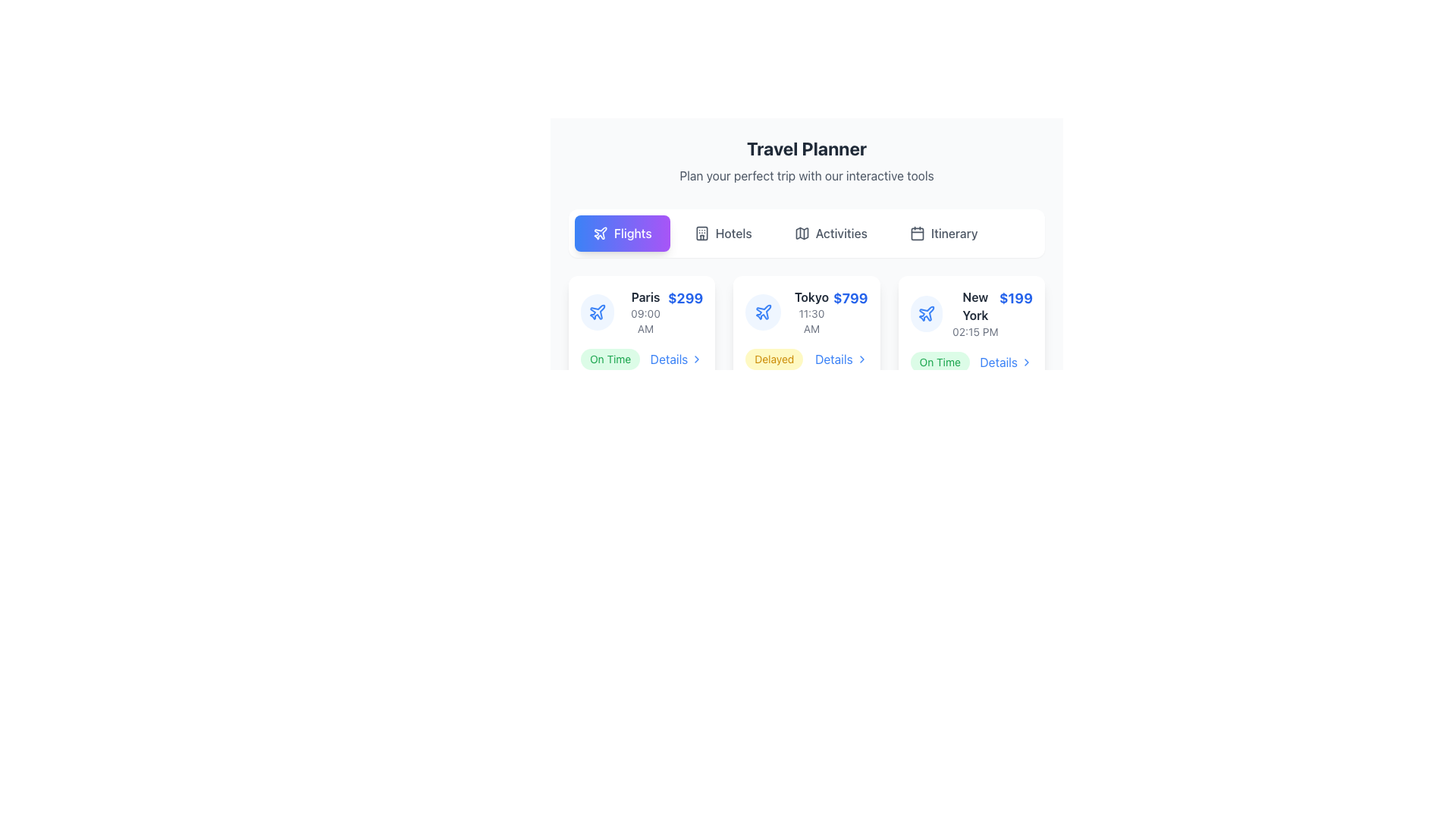 This screenshot has height=819, width=1456. I want to click on the header section titled 'Travel Planner', so click(806, 161).